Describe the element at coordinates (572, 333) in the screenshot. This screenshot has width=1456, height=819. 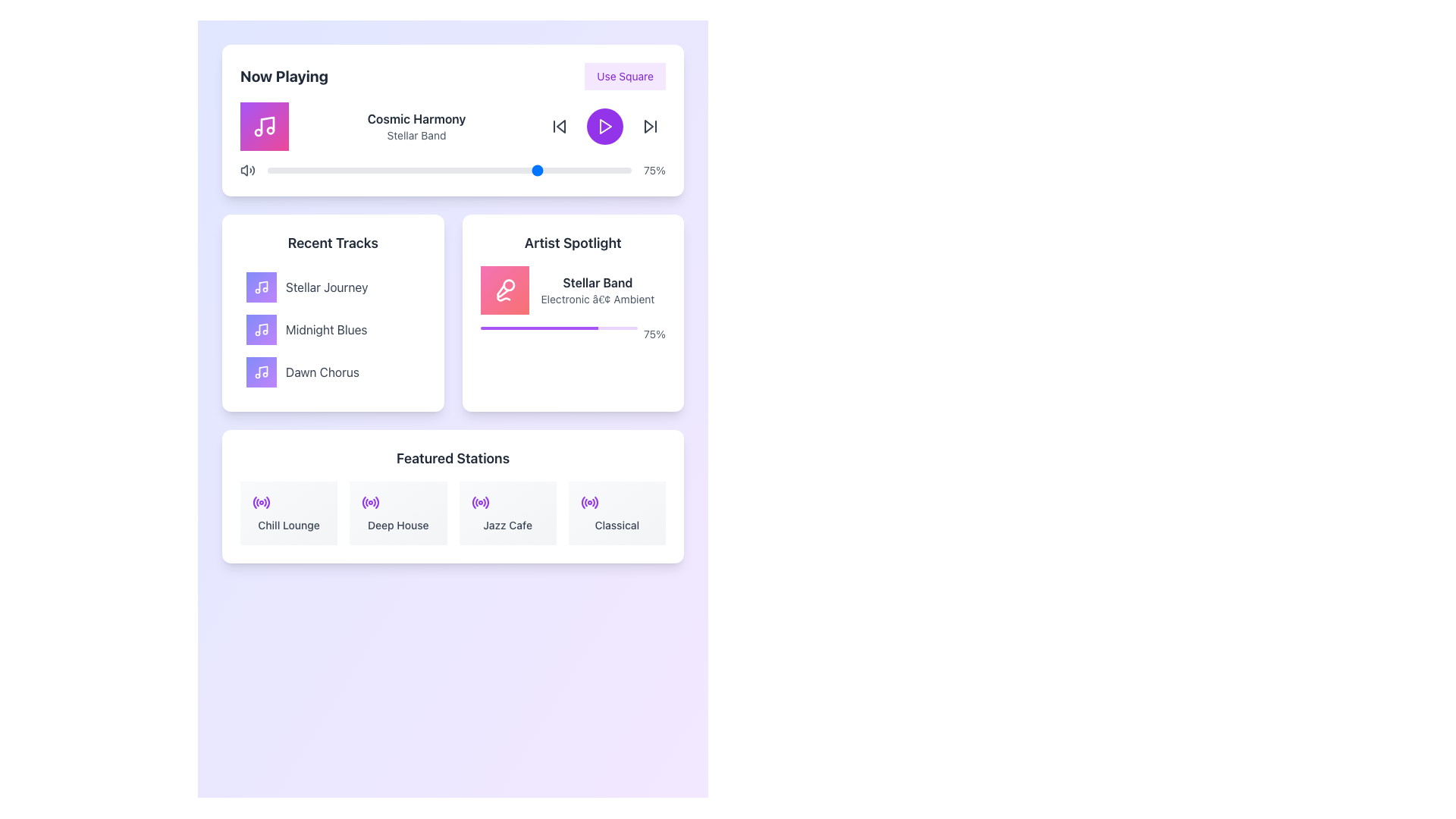
I see `the Progress bar indicating '75%' in the 'Artist Spotlight' section beneath 'Stellar Band' and 'Electronic Ambient'` at that location.